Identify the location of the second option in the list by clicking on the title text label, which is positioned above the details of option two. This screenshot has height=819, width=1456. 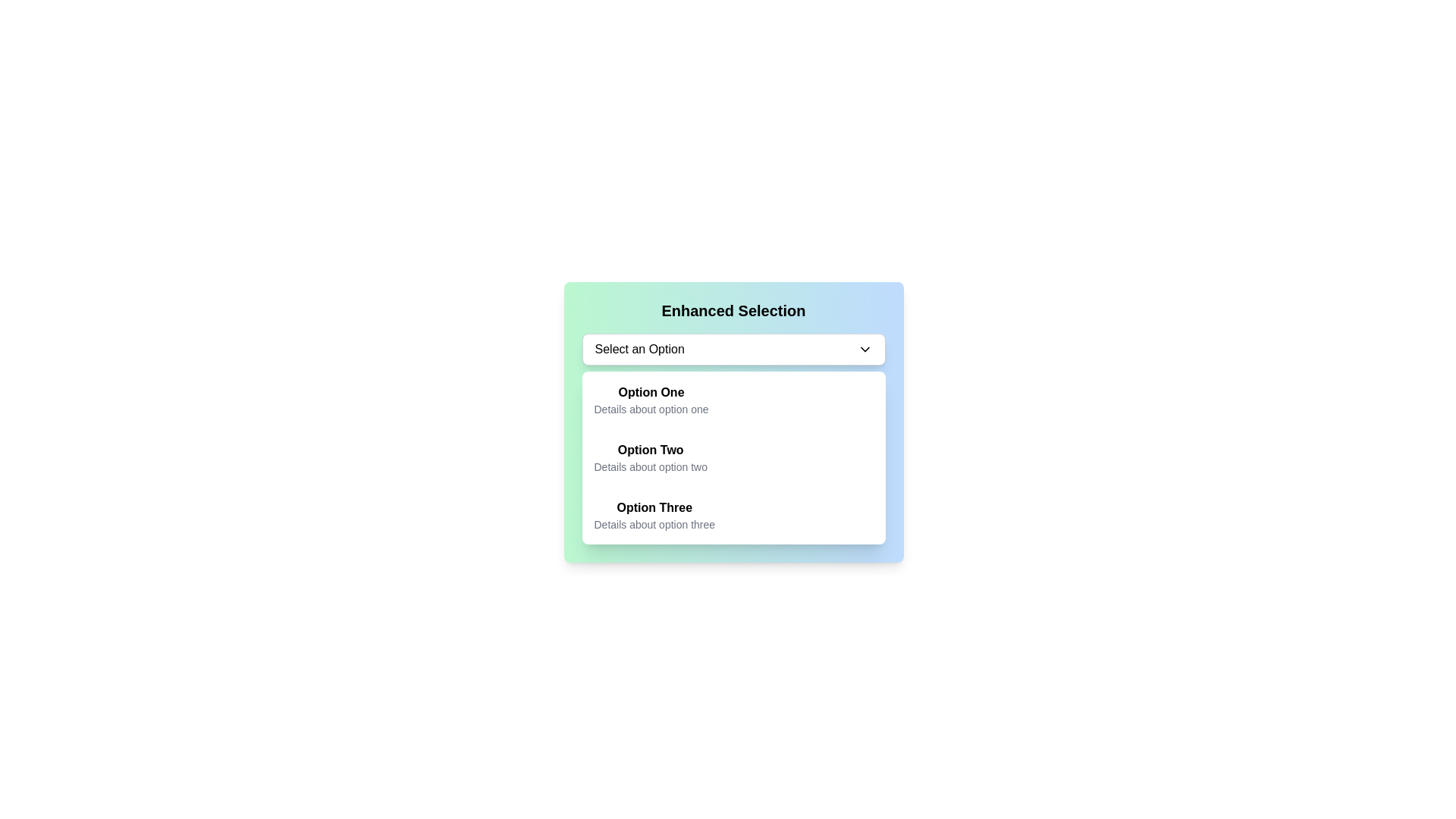
(651, 450).